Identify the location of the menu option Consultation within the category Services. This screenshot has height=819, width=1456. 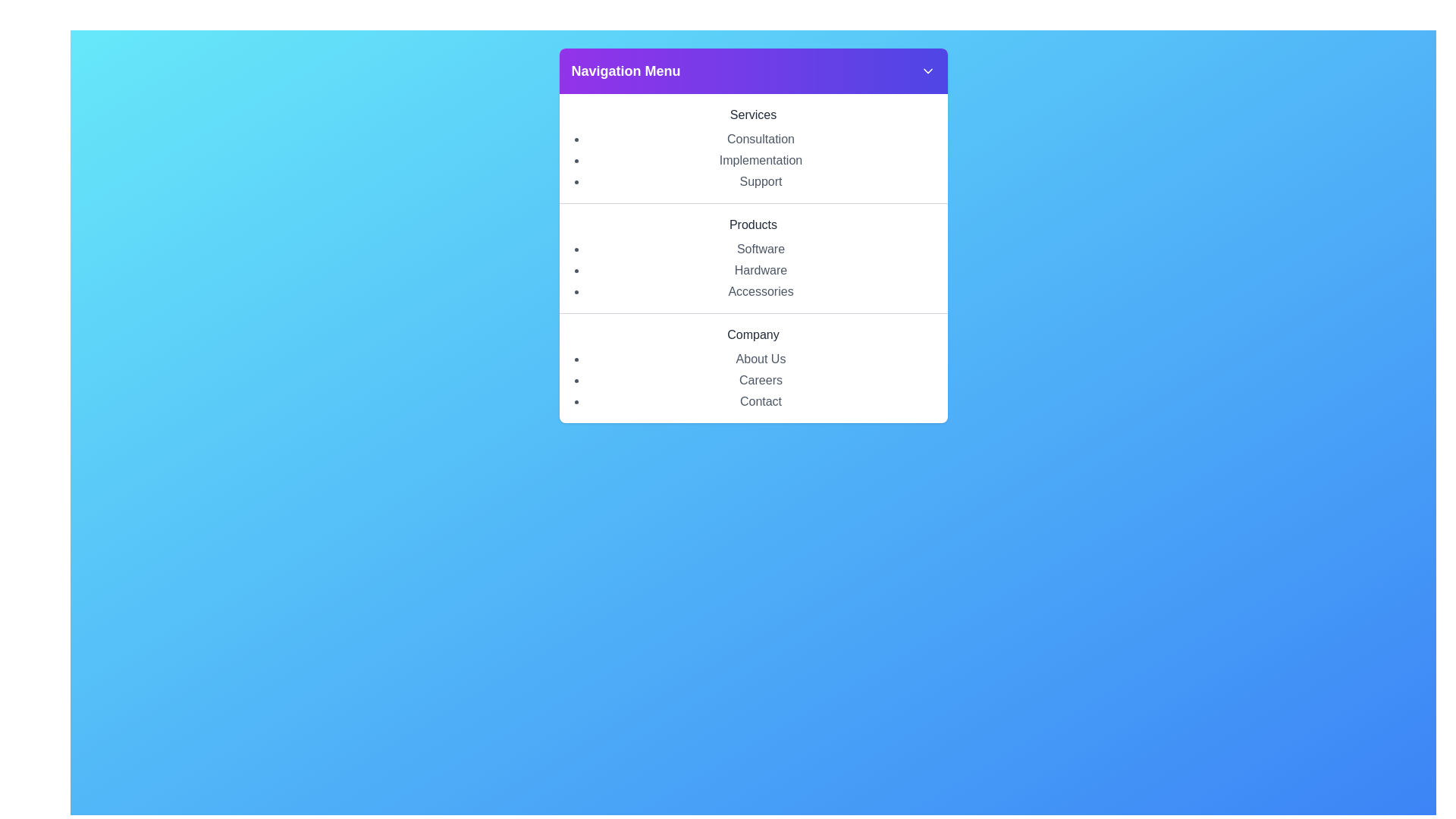
(761, 140).